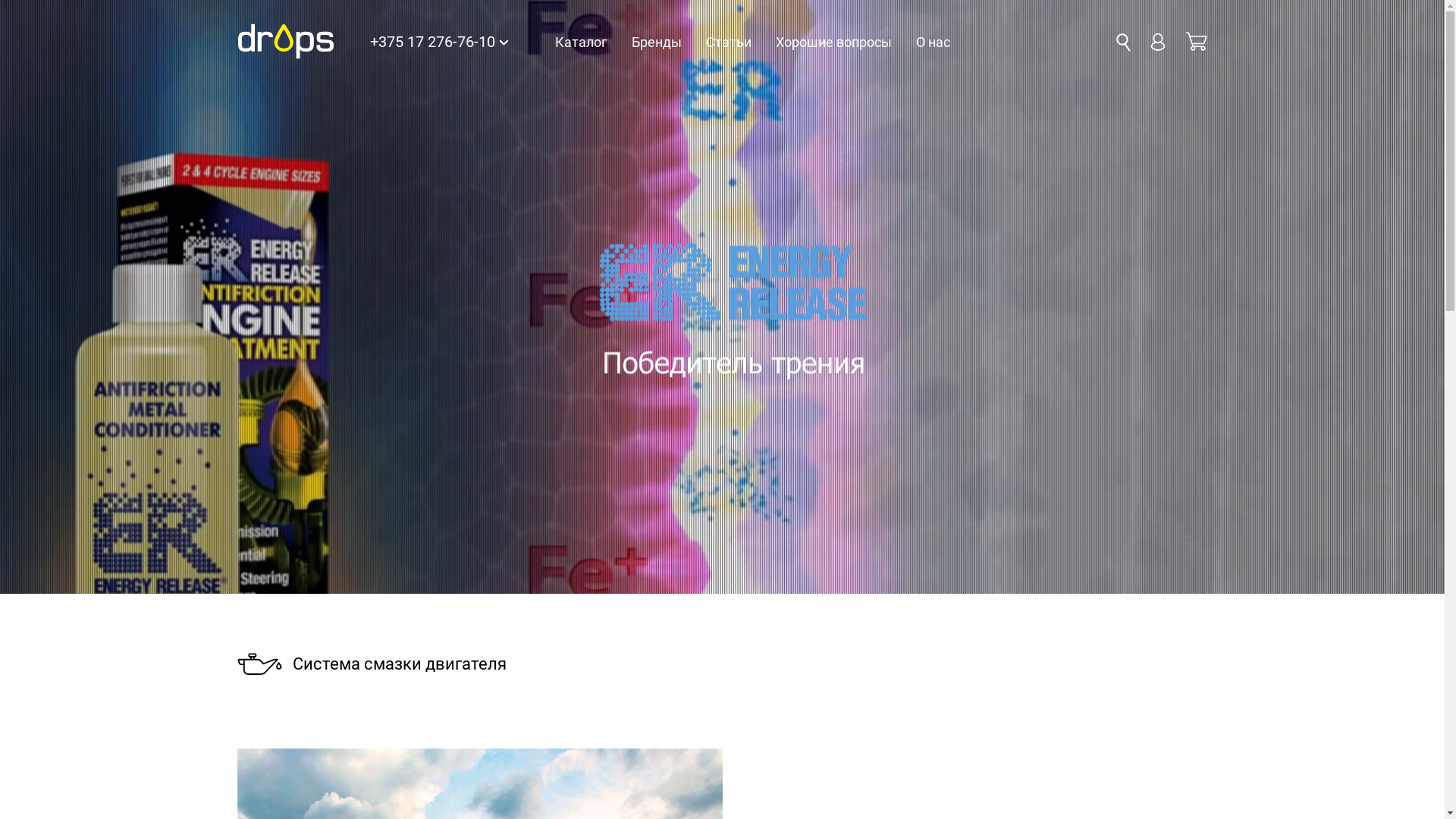 The height and width of the screenshot is (819, 1456). I want to click on '+375 17 276-76-10', so click(438, 40).